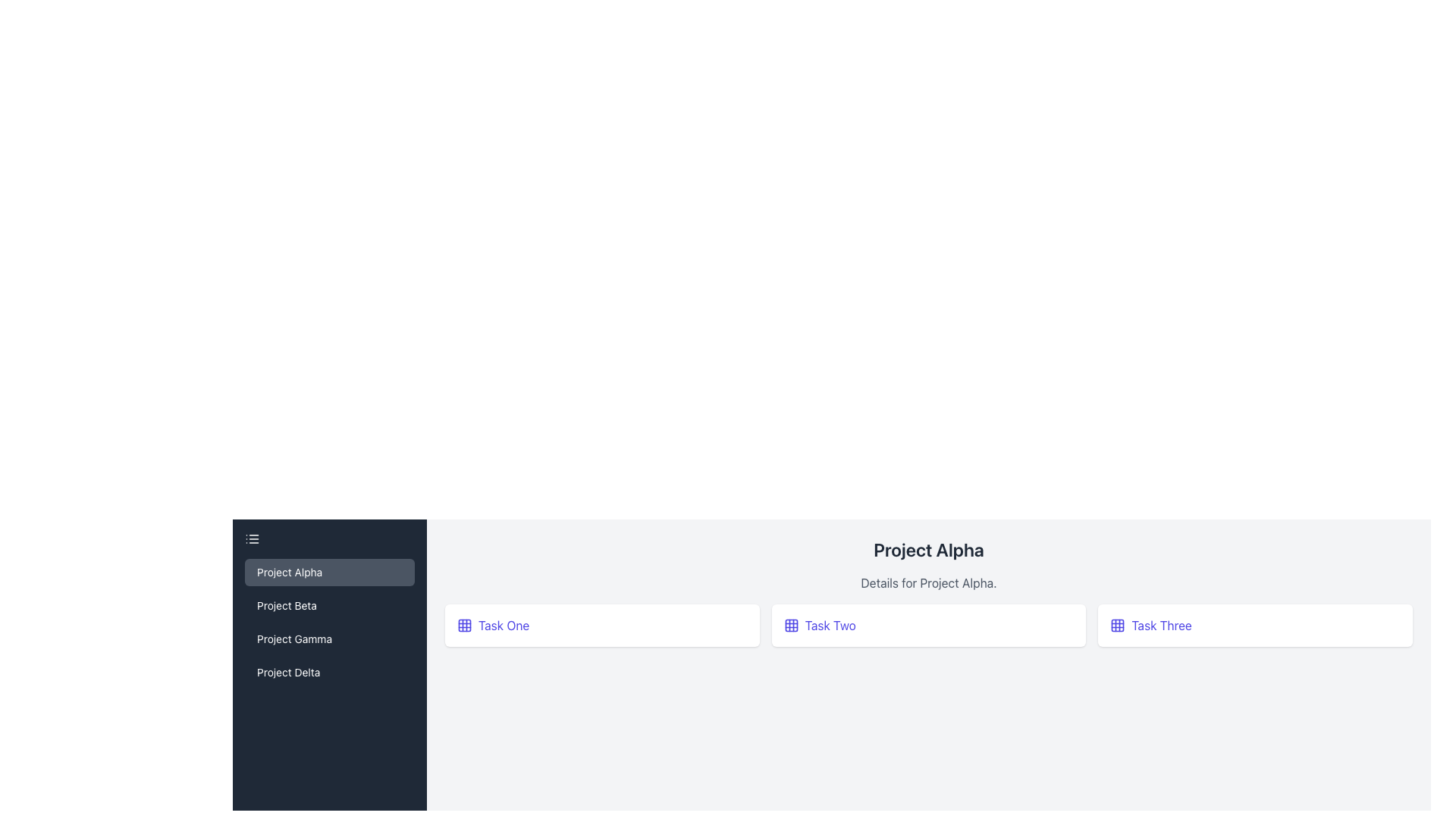 This screenshot has height=819, width=1456. Describe the element at coordinates (329, 573) in the screenshot. I see `the 'Project Alpha' navigation link located in the left sidebar menu` at that location.